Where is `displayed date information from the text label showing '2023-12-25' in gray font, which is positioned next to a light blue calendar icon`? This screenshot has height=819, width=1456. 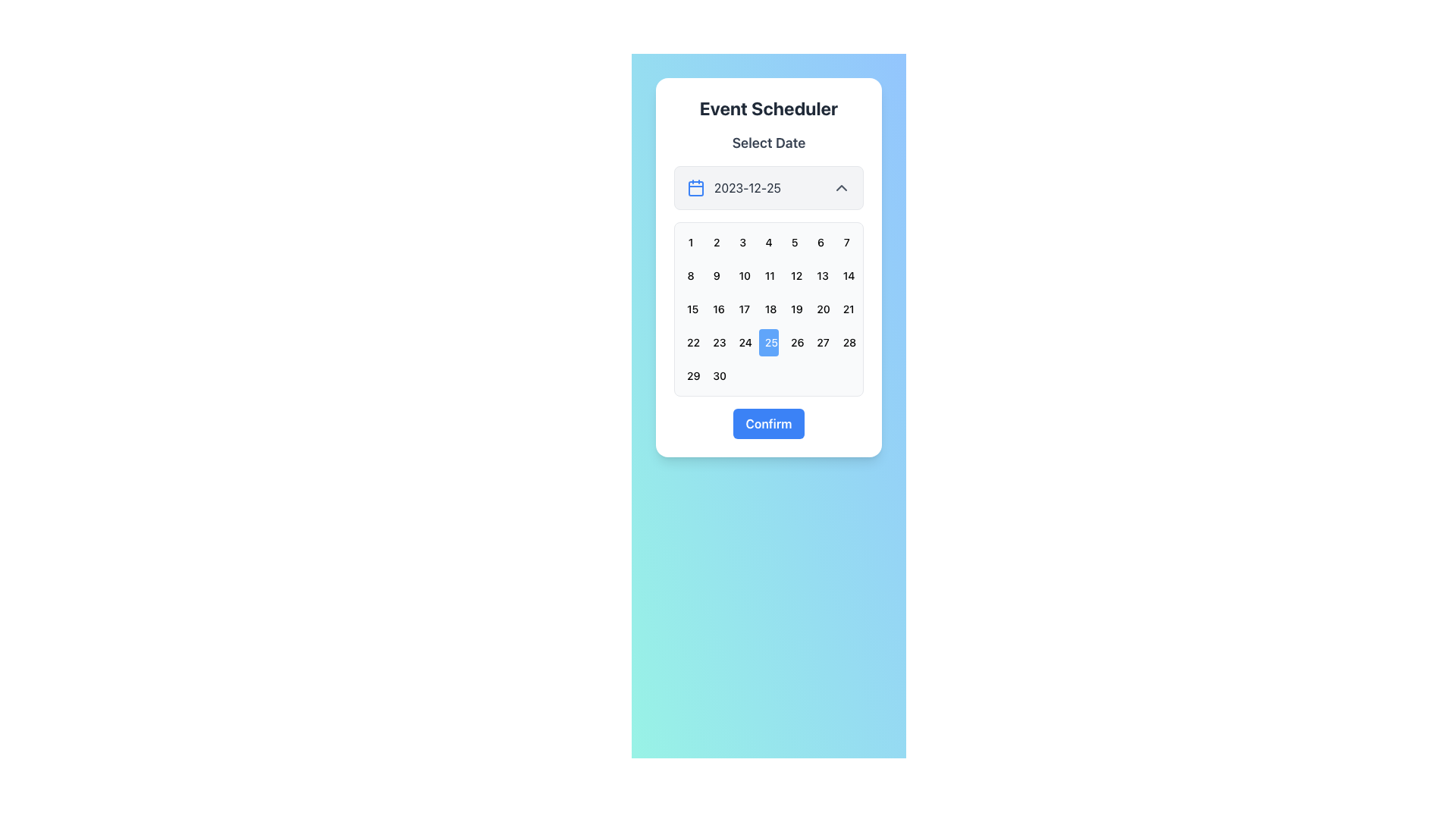 displayed date information from the text label showing '2023-12-25' in gray font, which is positioned next to a light blue calendar icon is located at coordinates (734, 187).